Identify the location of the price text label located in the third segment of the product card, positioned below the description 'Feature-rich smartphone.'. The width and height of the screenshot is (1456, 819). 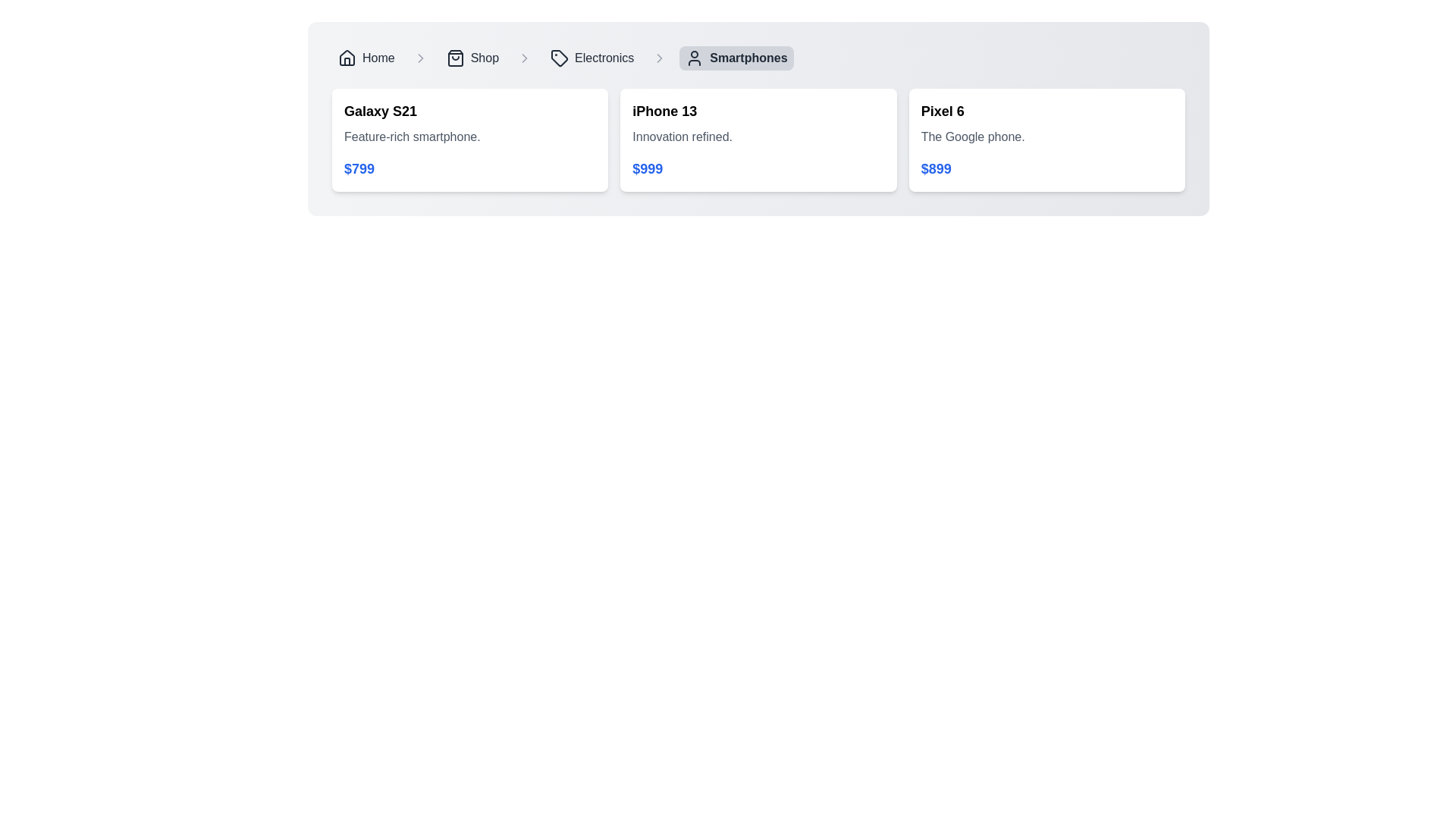
(359, 169).